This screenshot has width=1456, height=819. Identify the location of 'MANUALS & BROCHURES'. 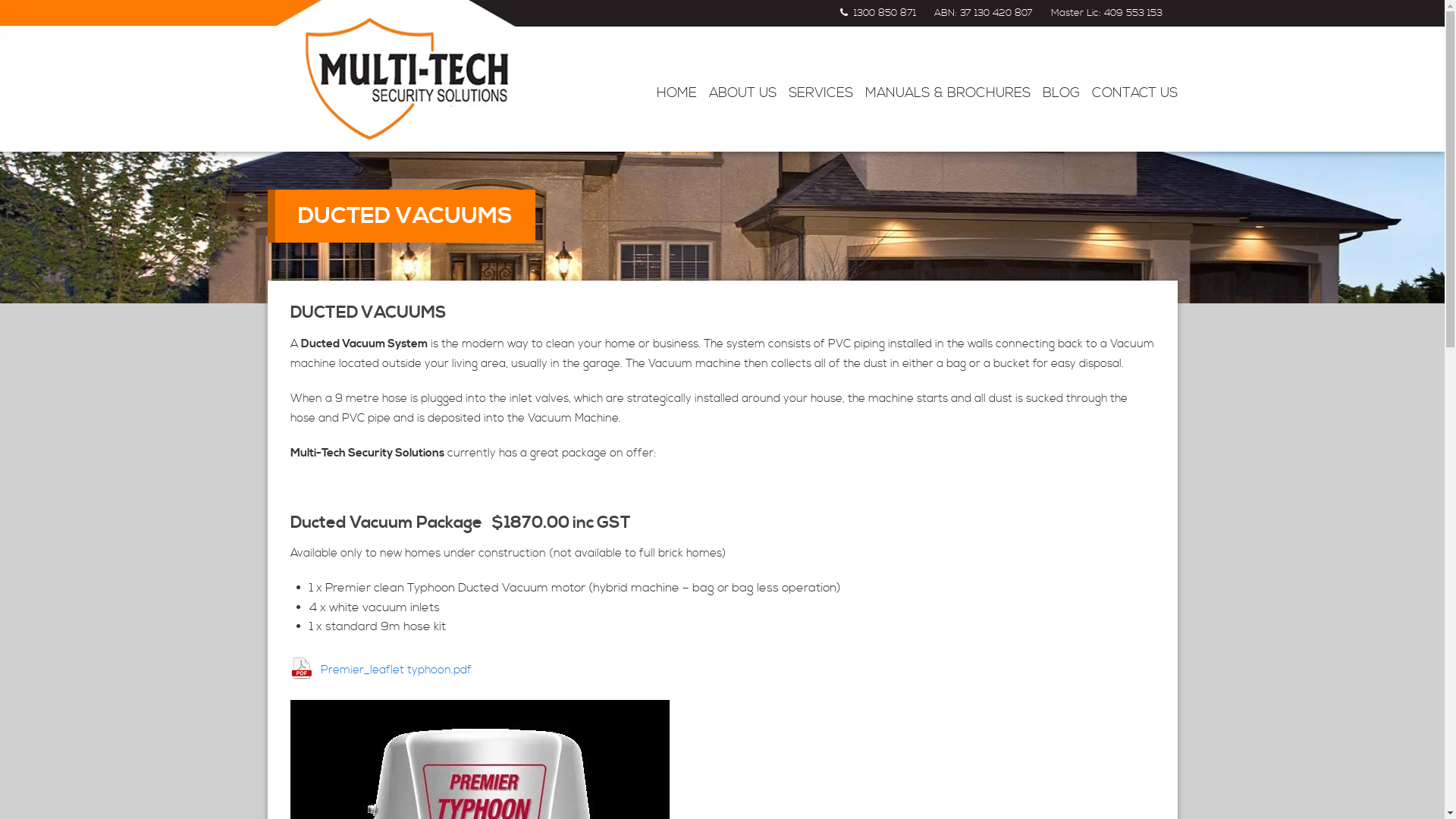
(946, 93).